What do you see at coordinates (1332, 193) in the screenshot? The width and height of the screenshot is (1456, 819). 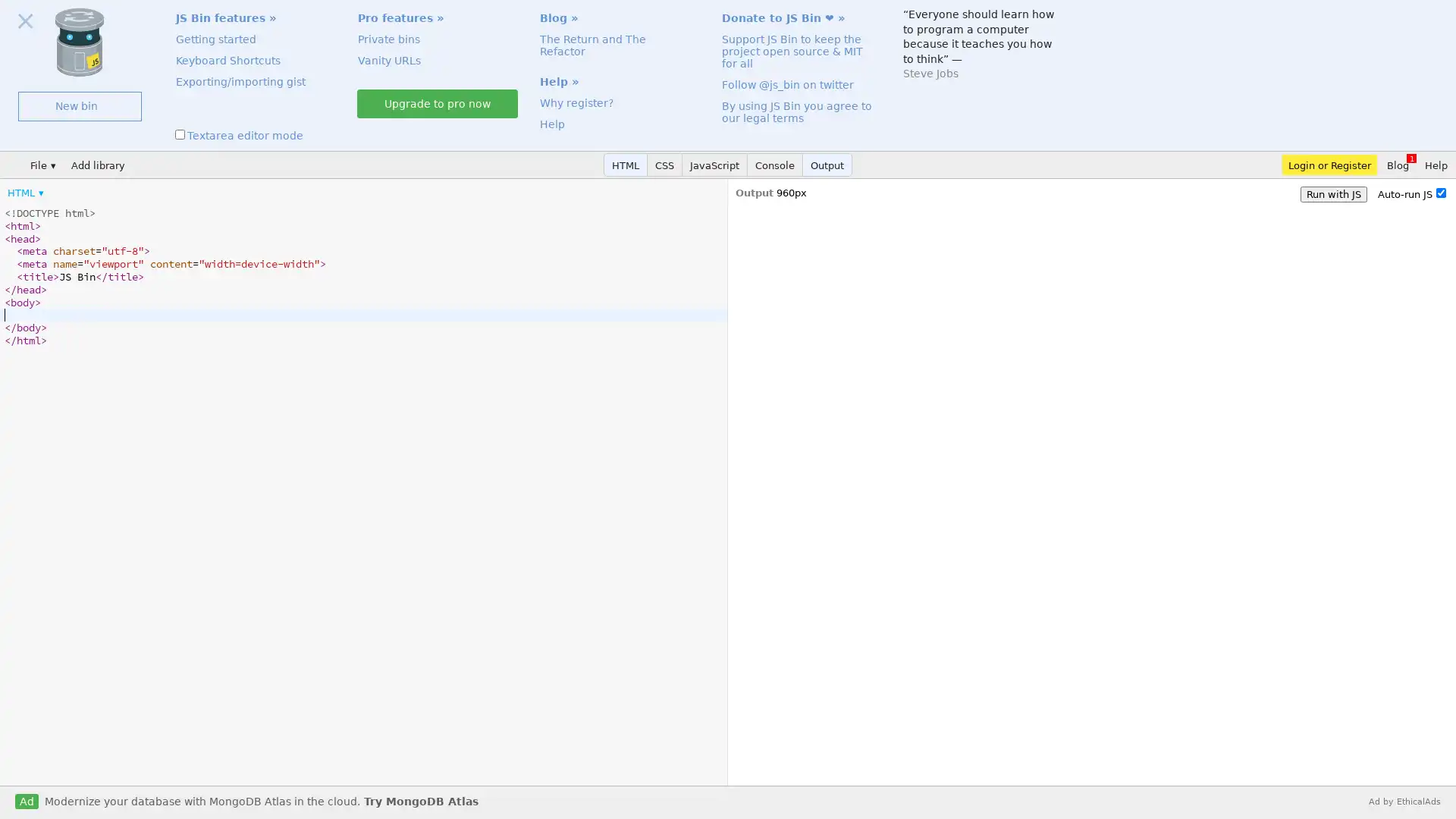 I see `Run with JS` at bounding box center [1332, 193].